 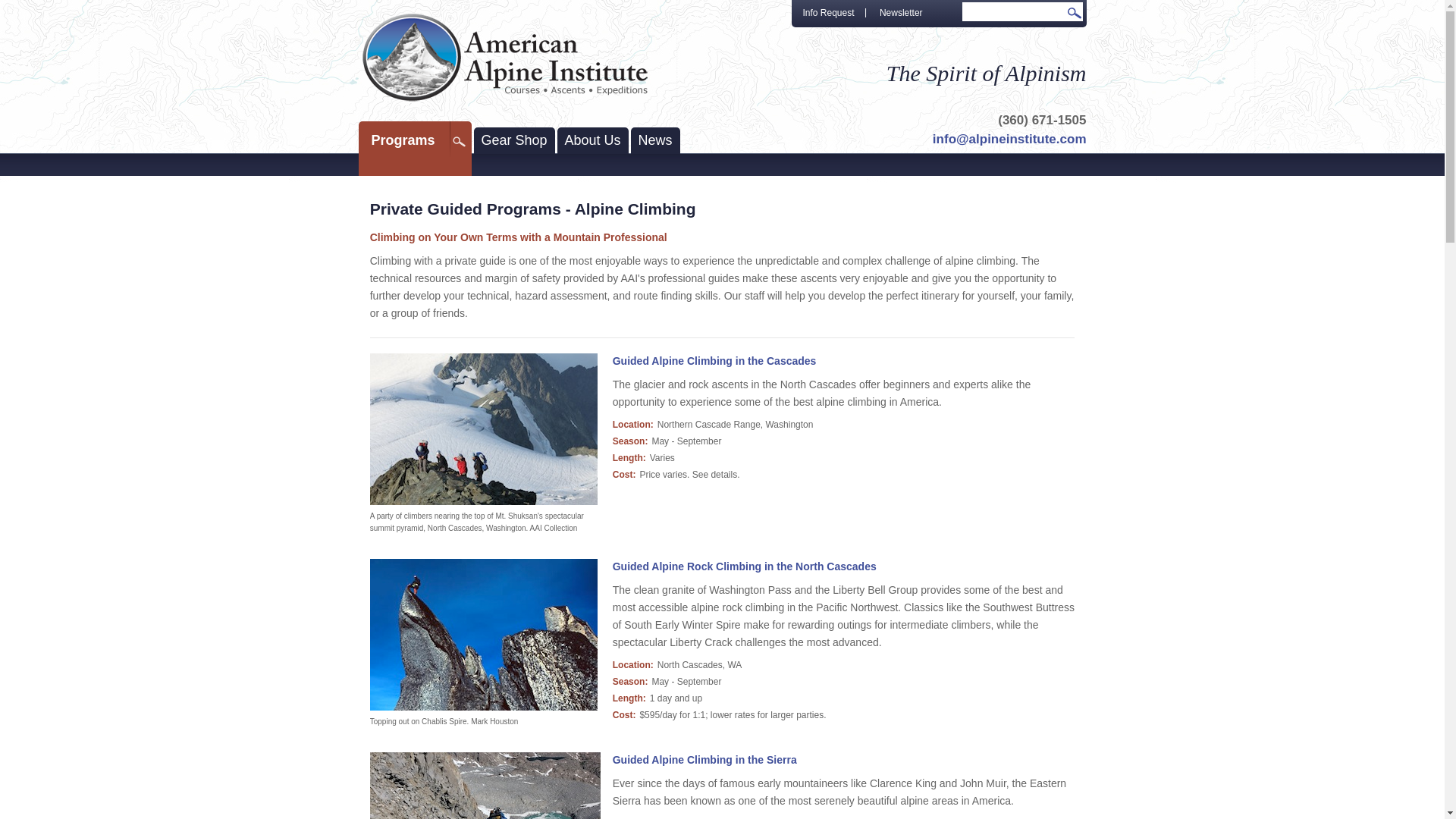 I want to click on 'American Alpine Institute - Courses, Ascents, Expeditions', so click(x=356, y=56).